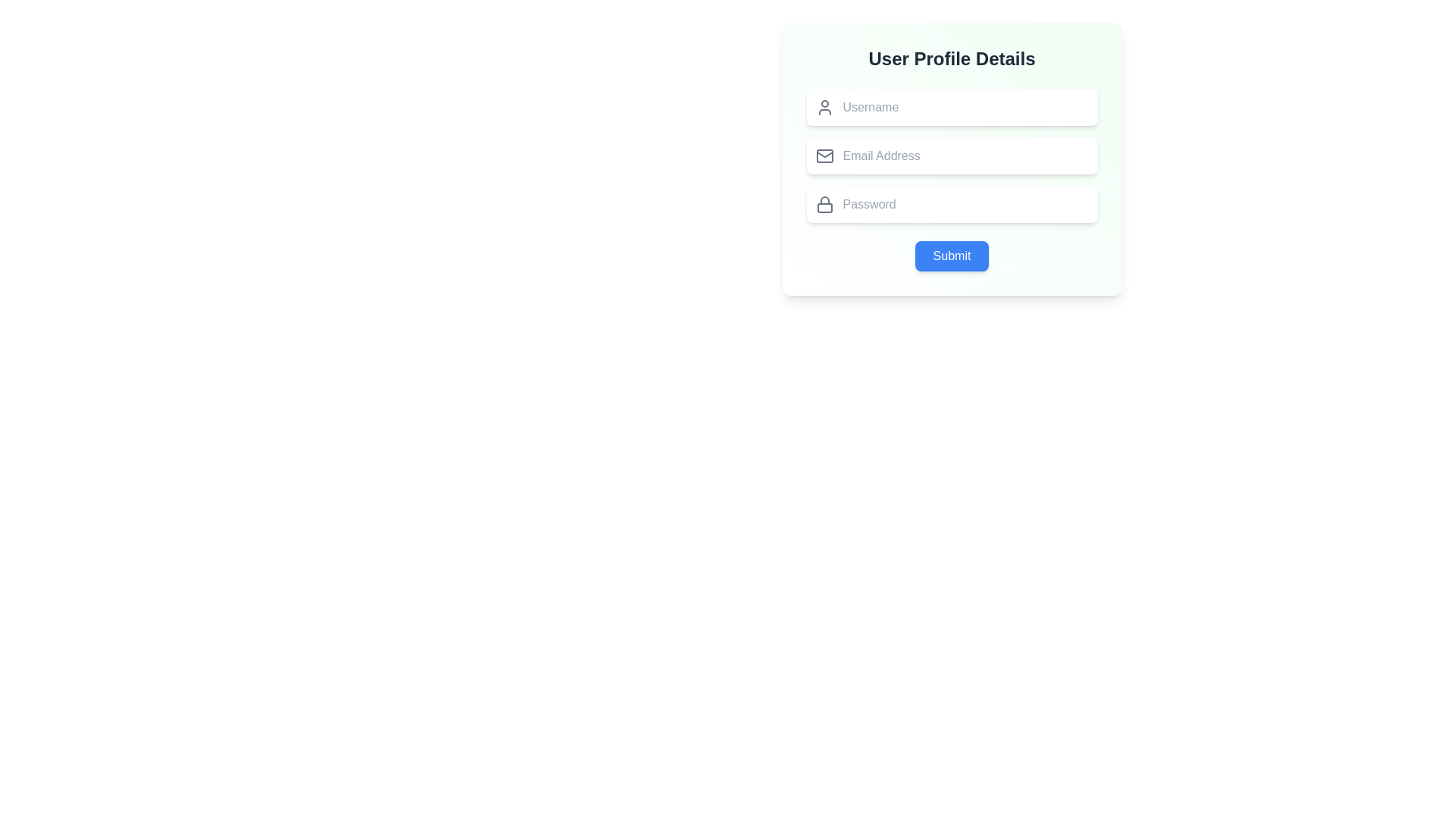 This screenshot has width=1456, height=819. What do you see at coordinates (824, 155) in the screenshot?
I see `the mail icon, which is represented by a gray envelope shape located to the left of the 'Email Address' input field` at bounding box center [824, 155].